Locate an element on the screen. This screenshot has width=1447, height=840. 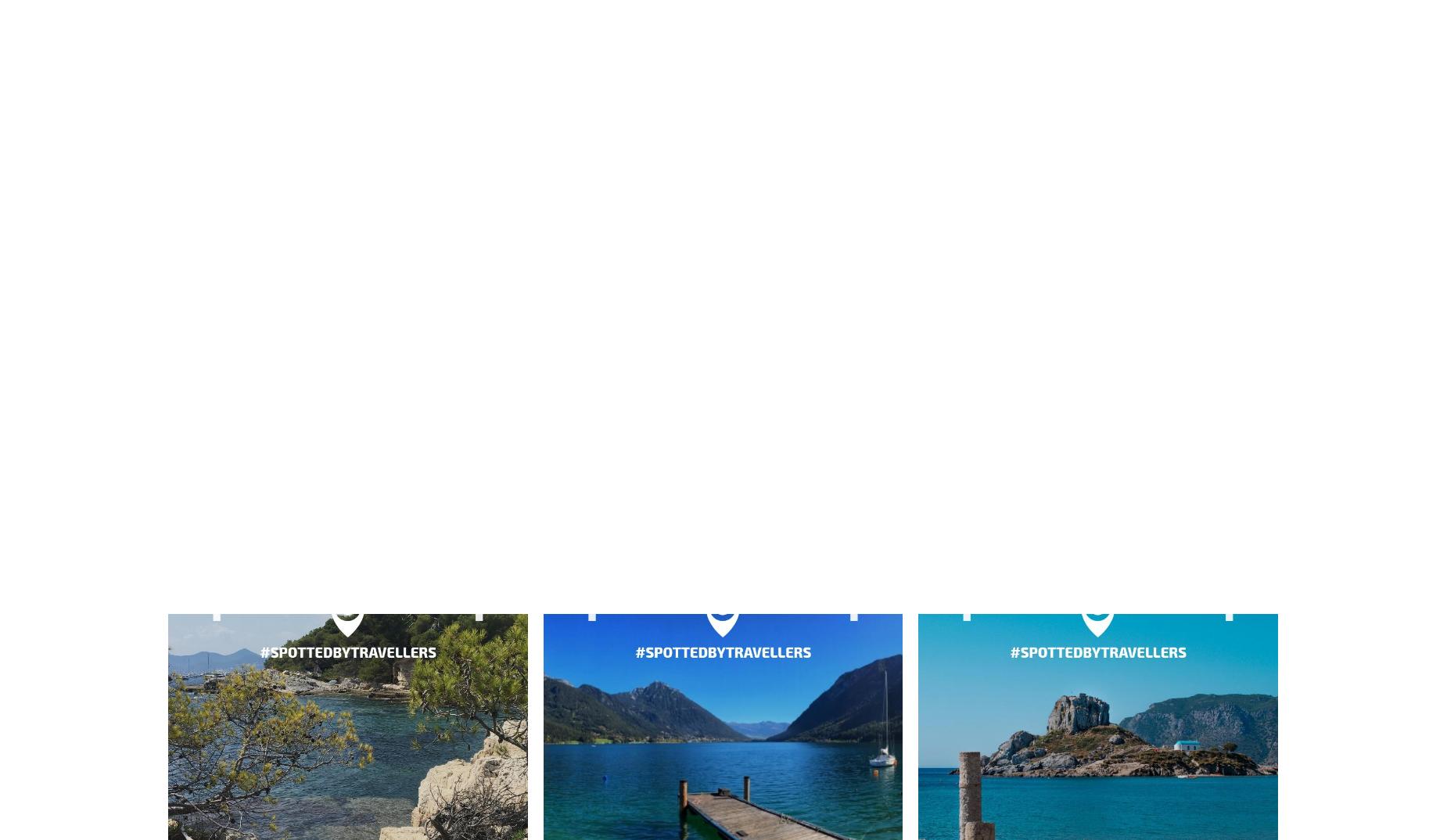
'Kandersteg' is located at coordinates (722, 41).